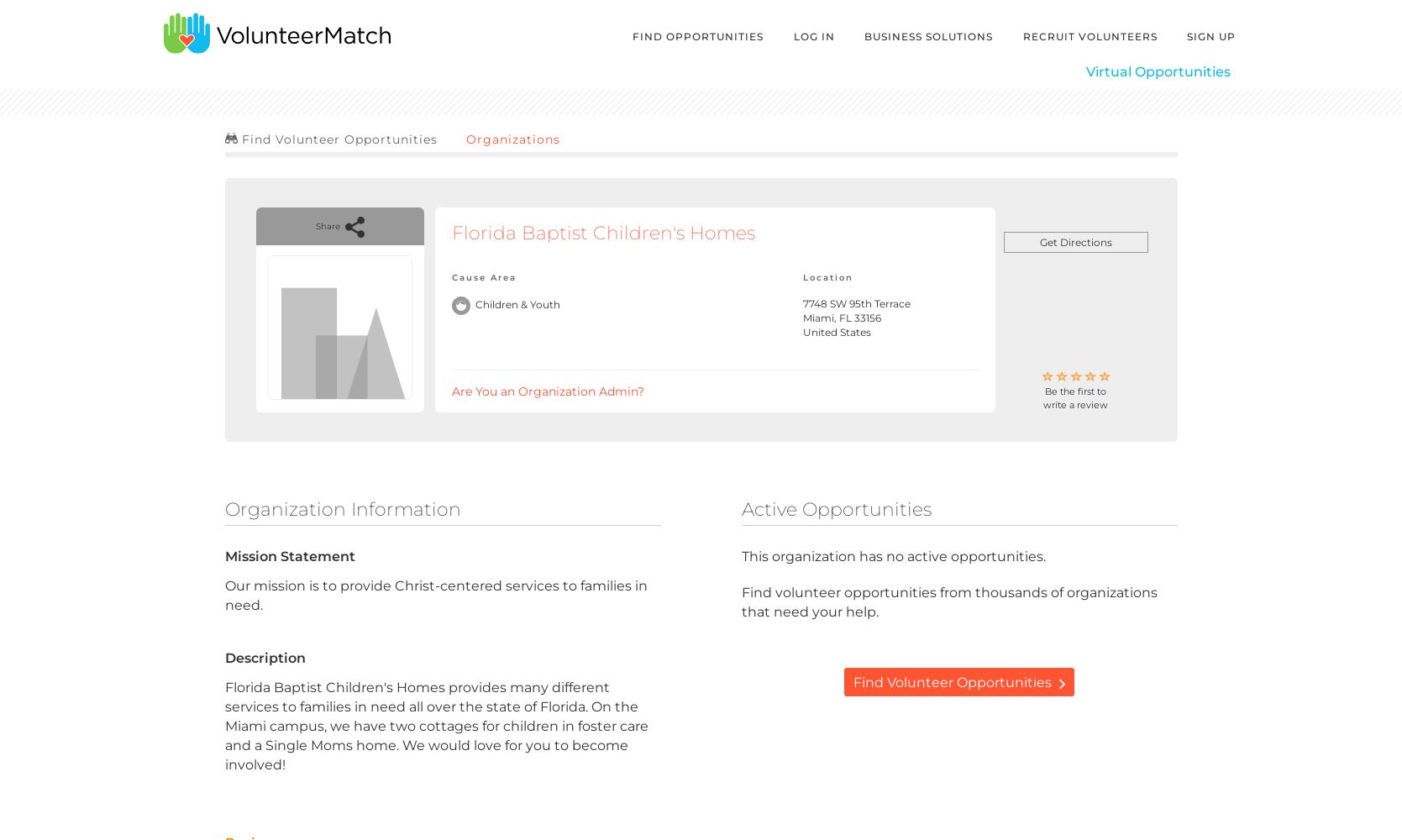 The image size is (1402, 840). Describe the element at coordinates (813, 36) in the screenshot. I see `'LOG IN'` at that location.